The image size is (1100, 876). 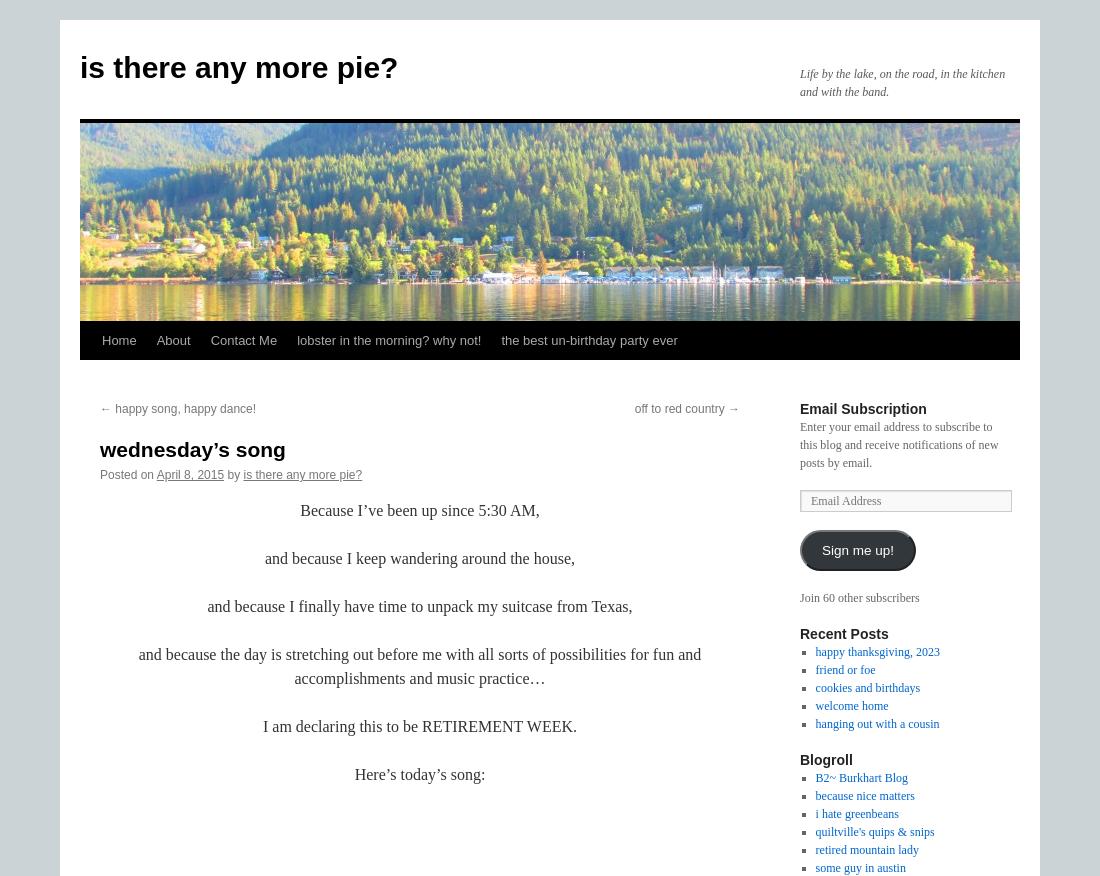 I want to click on 'some guy in austin', so click(x=858, y=868).